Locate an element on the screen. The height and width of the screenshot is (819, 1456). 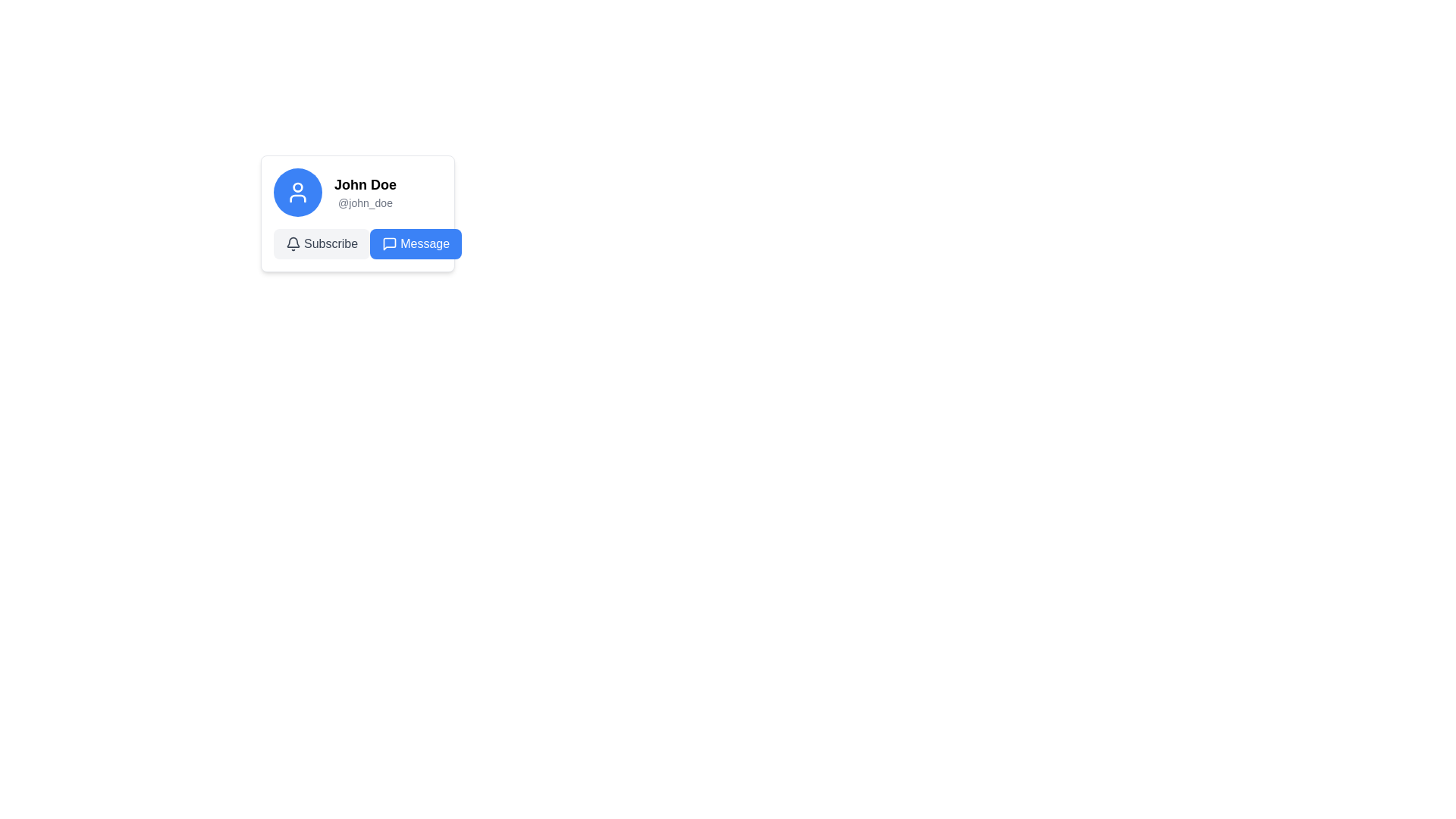
the static text label 'John Doe' which is prominently styled in bold font, located above the text '@john_doe' in the user profile card is located at coordinates (365, 184).